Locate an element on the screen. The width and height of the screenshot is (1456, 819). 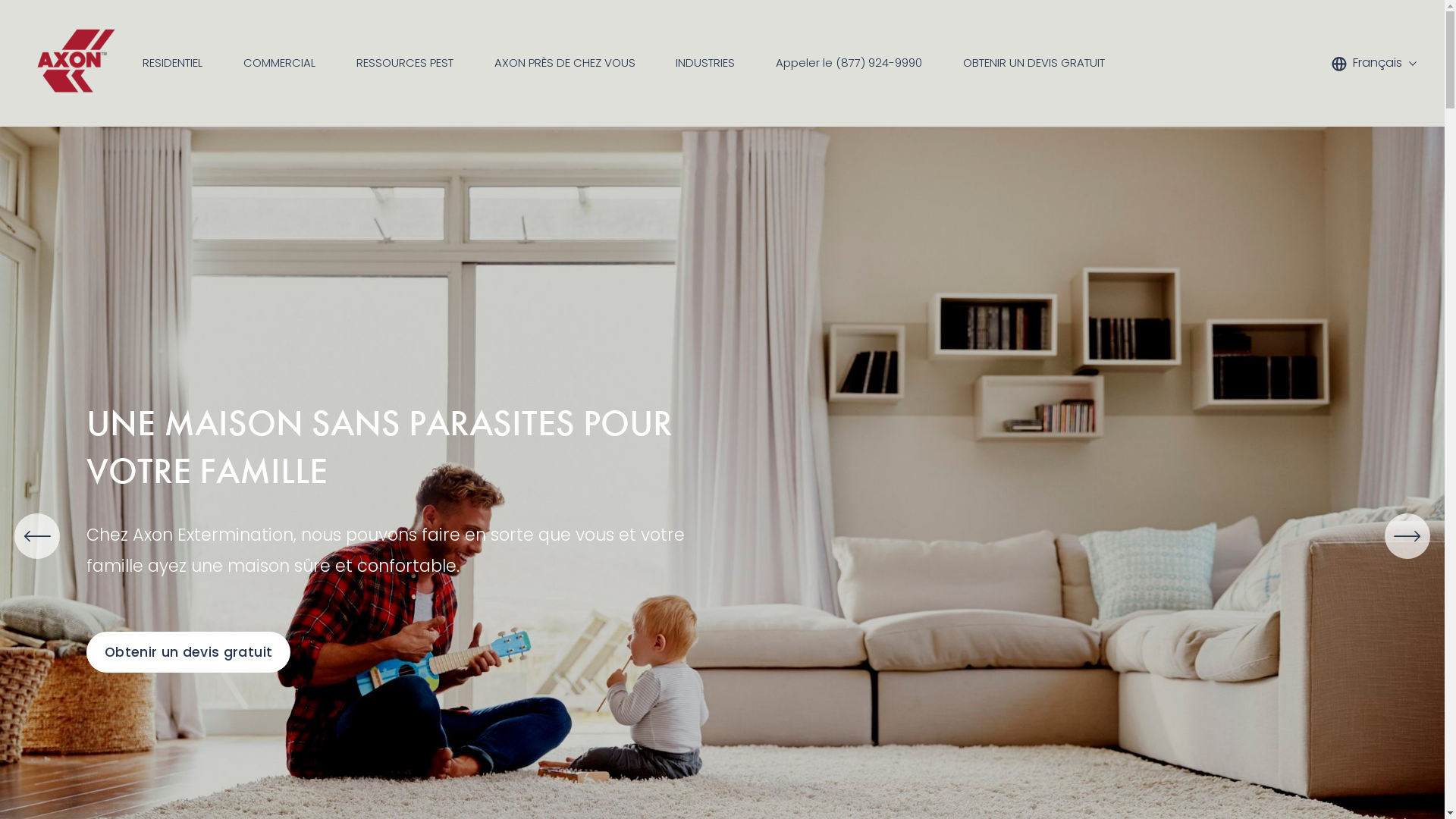
'COMMERCIAL' is located at coordinates (279, 63).